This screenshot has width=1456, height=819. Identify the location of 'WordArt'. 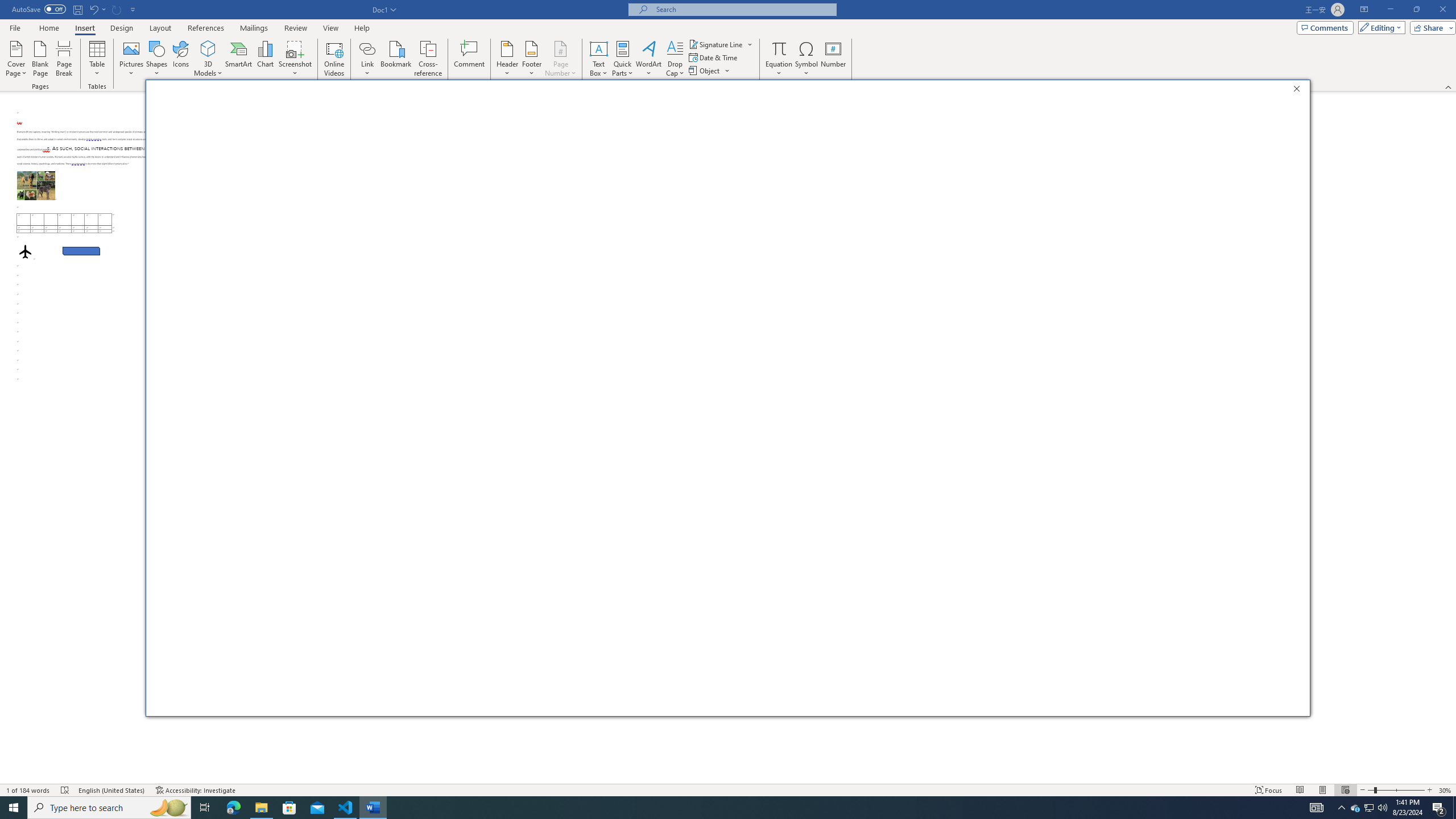
(648, 59).